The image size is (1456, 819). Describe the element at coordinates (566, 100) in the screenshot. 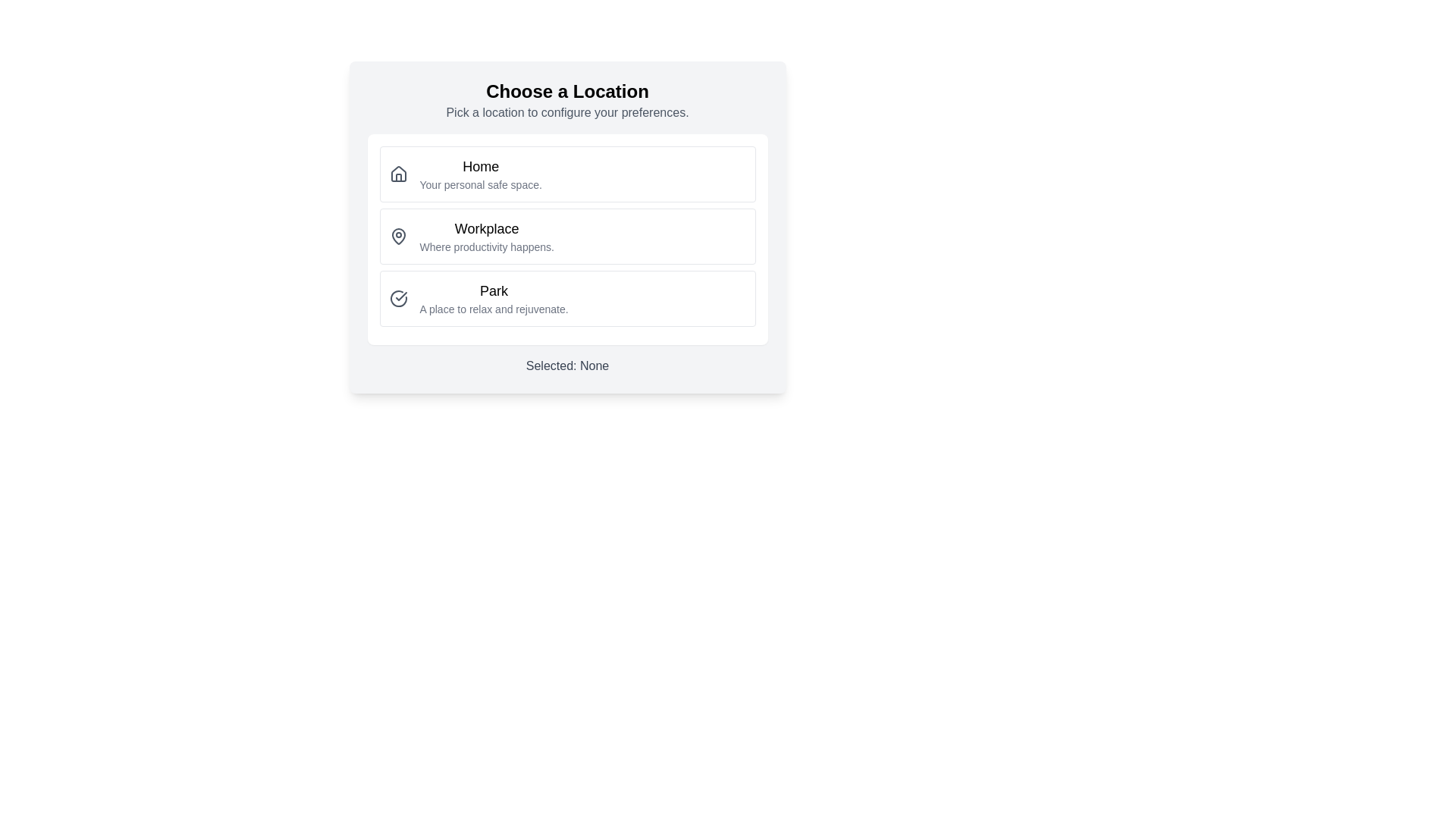

I see `the text block that displays 'Choose a Location' and 'Pick a location to configure your preferences.' which is centrally aligned within a light gray background` at that location.